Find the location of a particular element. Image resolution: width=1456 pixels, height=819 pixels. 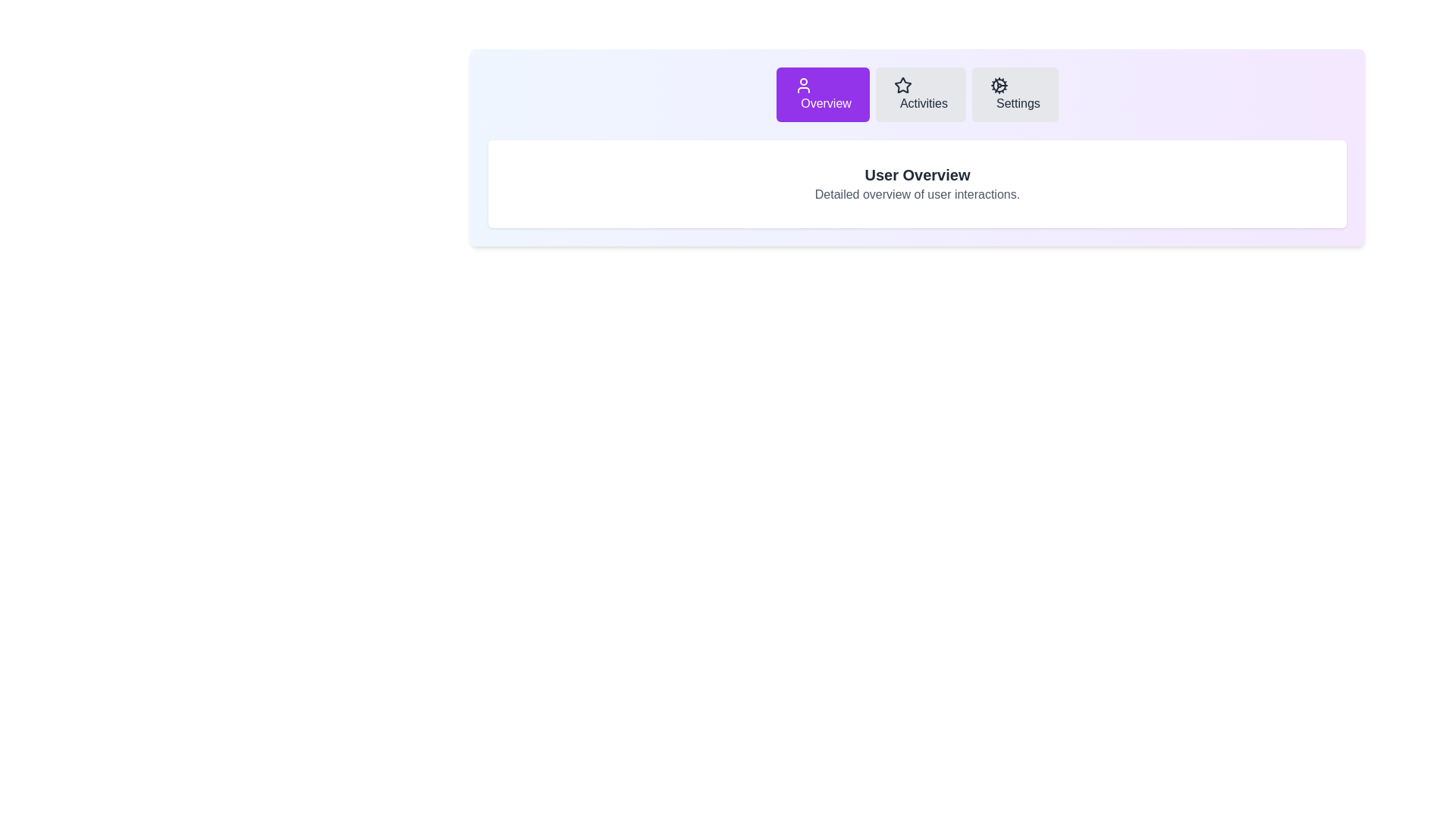

the settings icon button, which is the third button in the navigation menu at the top of the interface, positioned to the right of the 'Activities' button is located at coordinates (999, 85).